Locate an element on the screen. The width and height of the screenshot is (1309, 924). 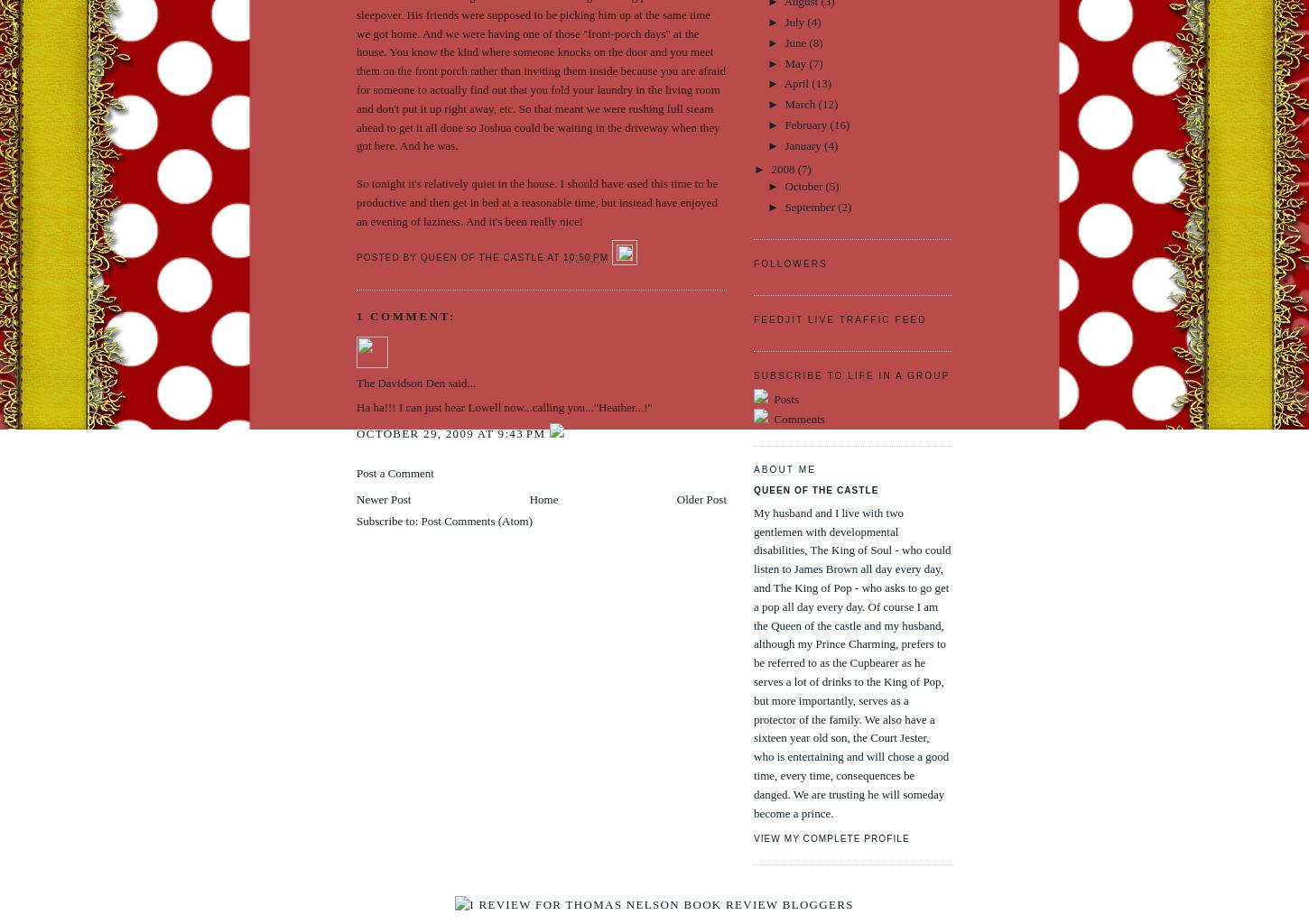
'Post a Comment' is located at coordinates (355, 472).